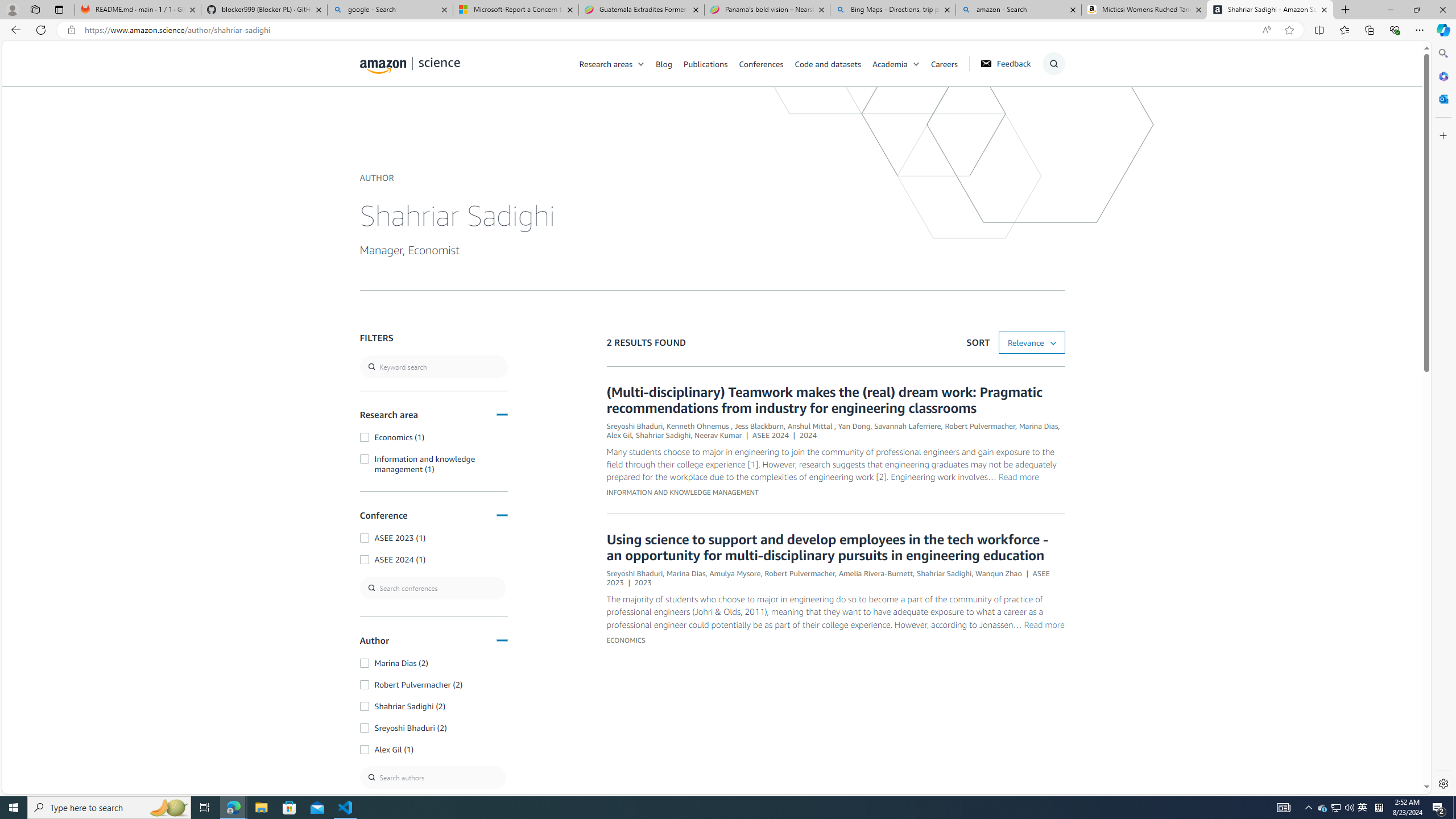  Describe the element at coordinates (1442, 98) in the screenshot. I see `'Outlook'` at that location.